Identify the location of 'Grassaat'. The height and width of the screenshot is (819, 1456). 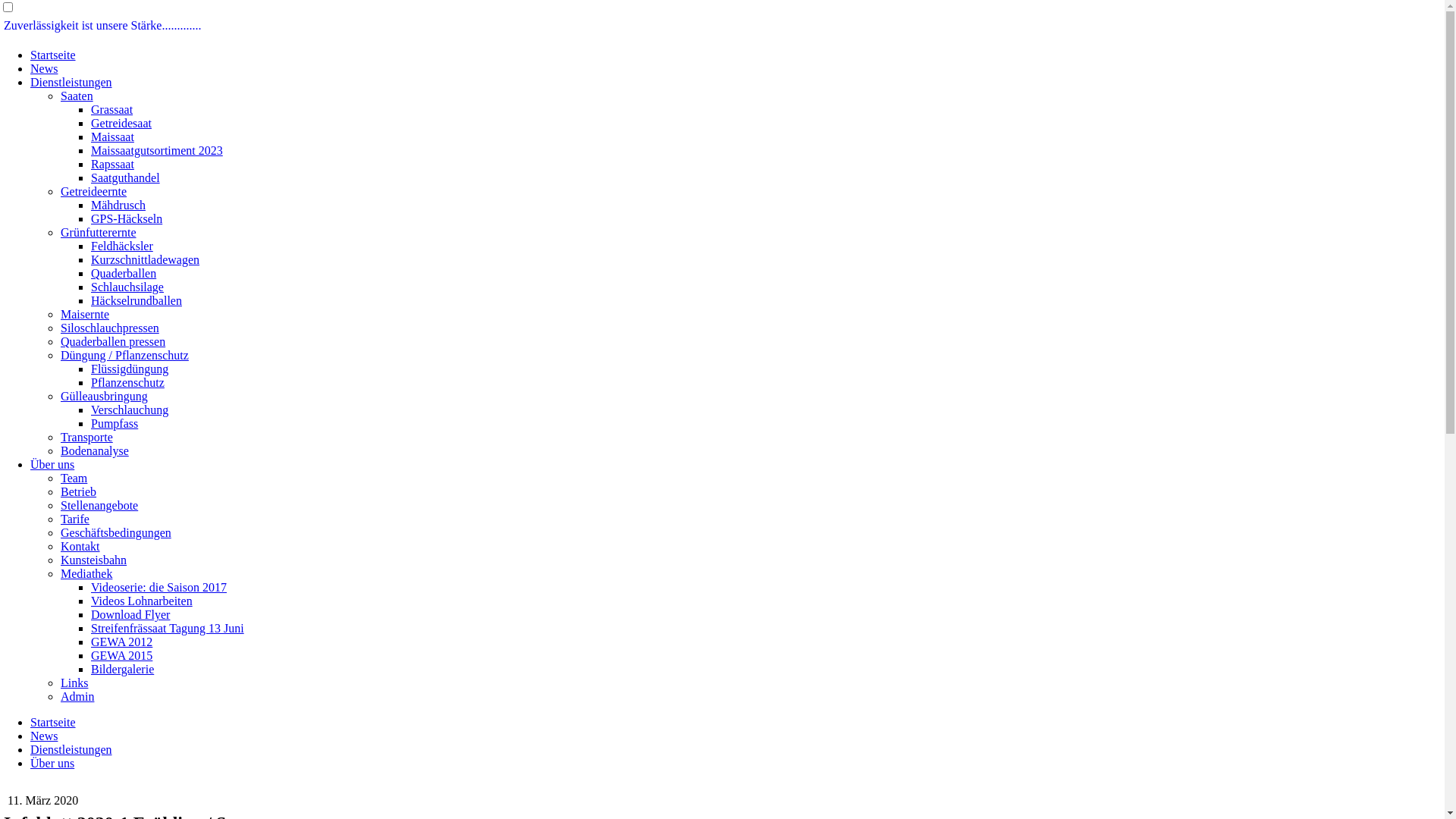
(111, 108).